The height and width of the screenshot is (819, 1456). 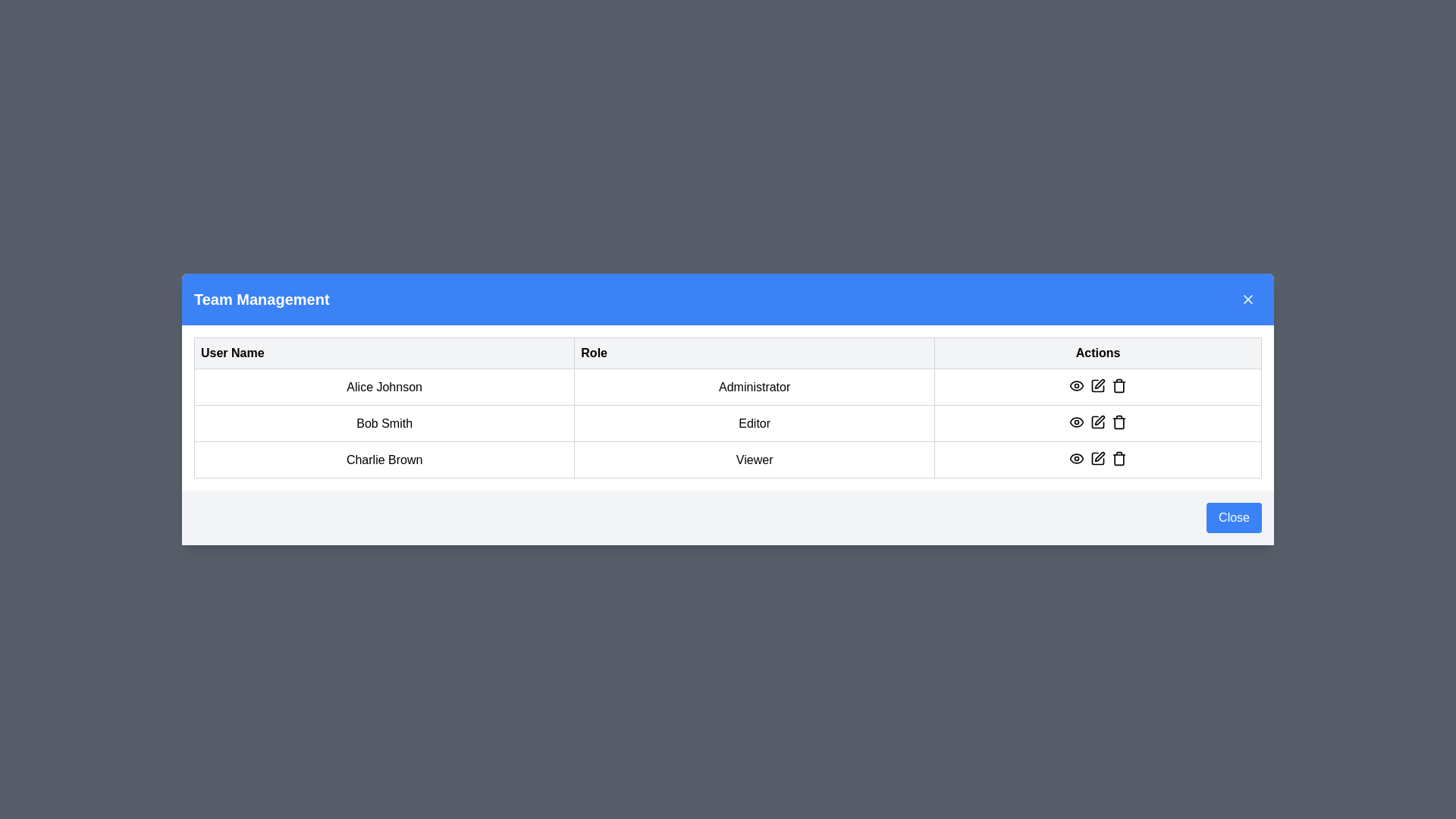 I want to click on the editing icon (SVG graphic) in the 'Actions' column of the first row, which corresponds to 'Alice Johnson's' entry, so click(x=1100, y=383).